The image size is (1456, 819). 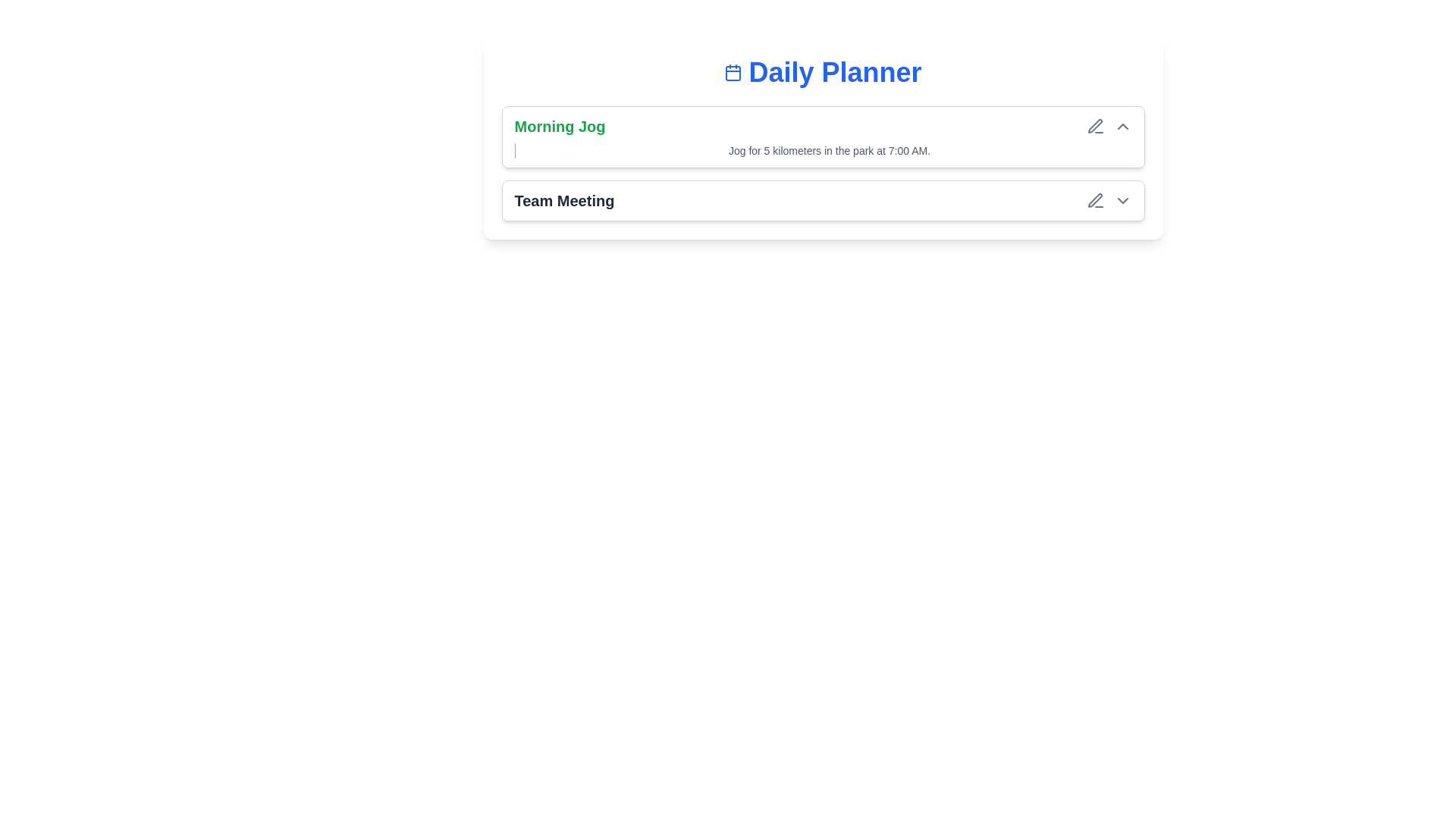 What do you see at coordinates (733, 73) in the screenshot?
I see `the main body of the calendar icon, which is a rounded rectangle with a border, located to the left of the 'Daily Planner' text` at bounding box center [733, 73].